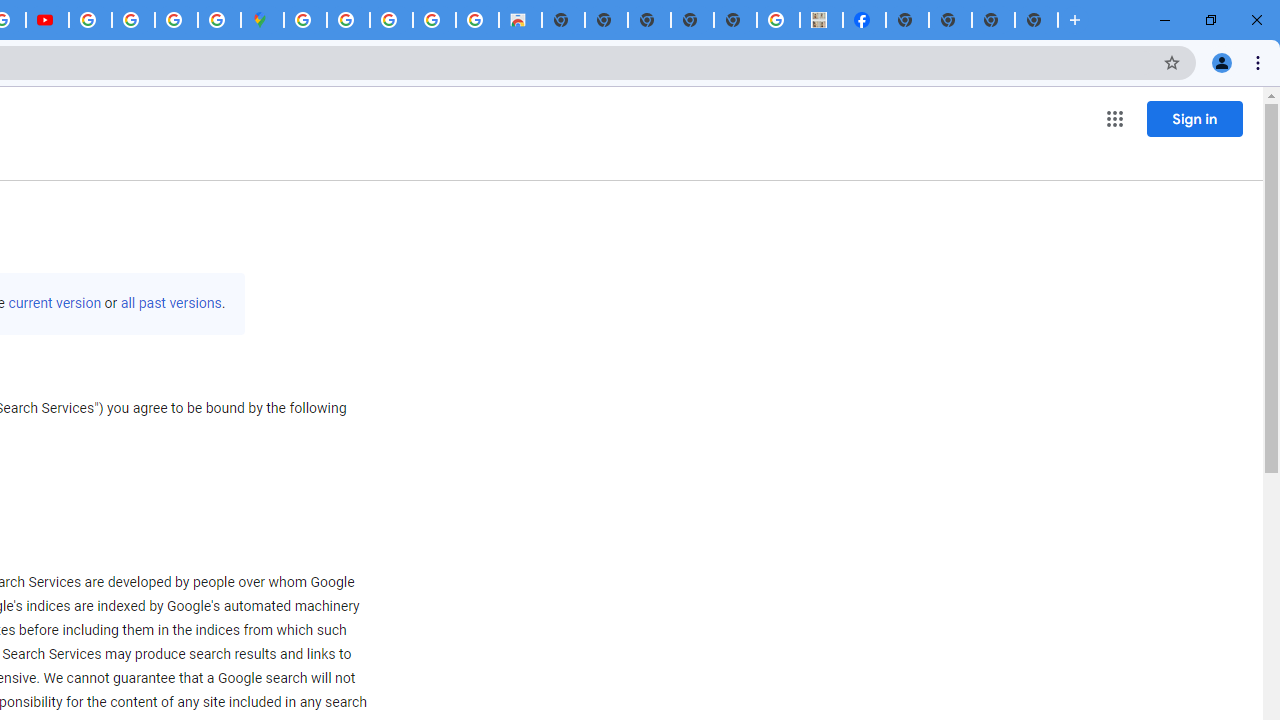 The width and height of the screenshot is (1280, 720). Describe the element at coordinates (170, 303) in the screenshot. I see `'all past versions'` at that location.